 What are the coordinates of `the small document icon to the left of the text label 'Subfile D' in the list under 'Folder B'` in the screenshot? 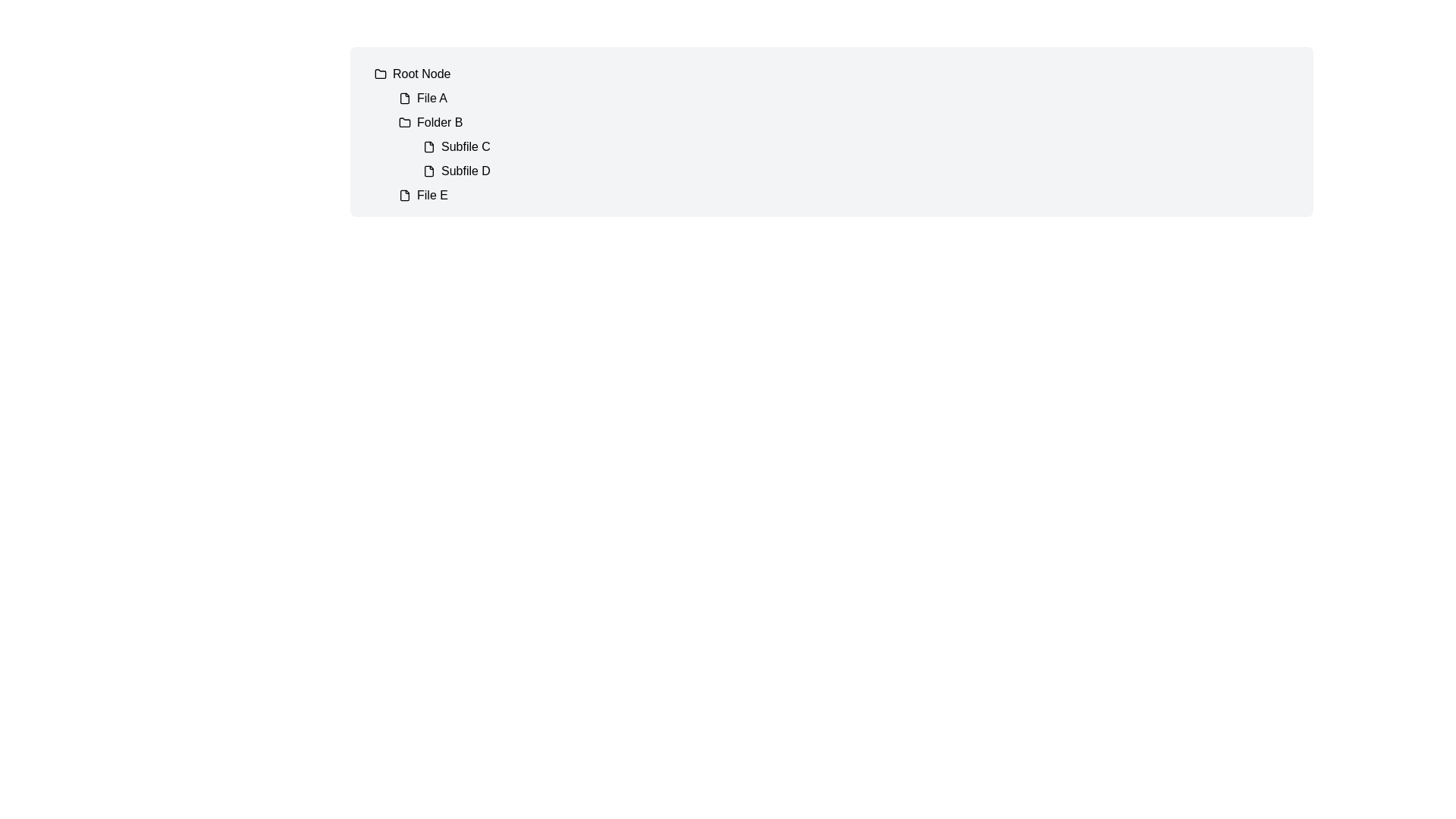 It's located at (428, 171).